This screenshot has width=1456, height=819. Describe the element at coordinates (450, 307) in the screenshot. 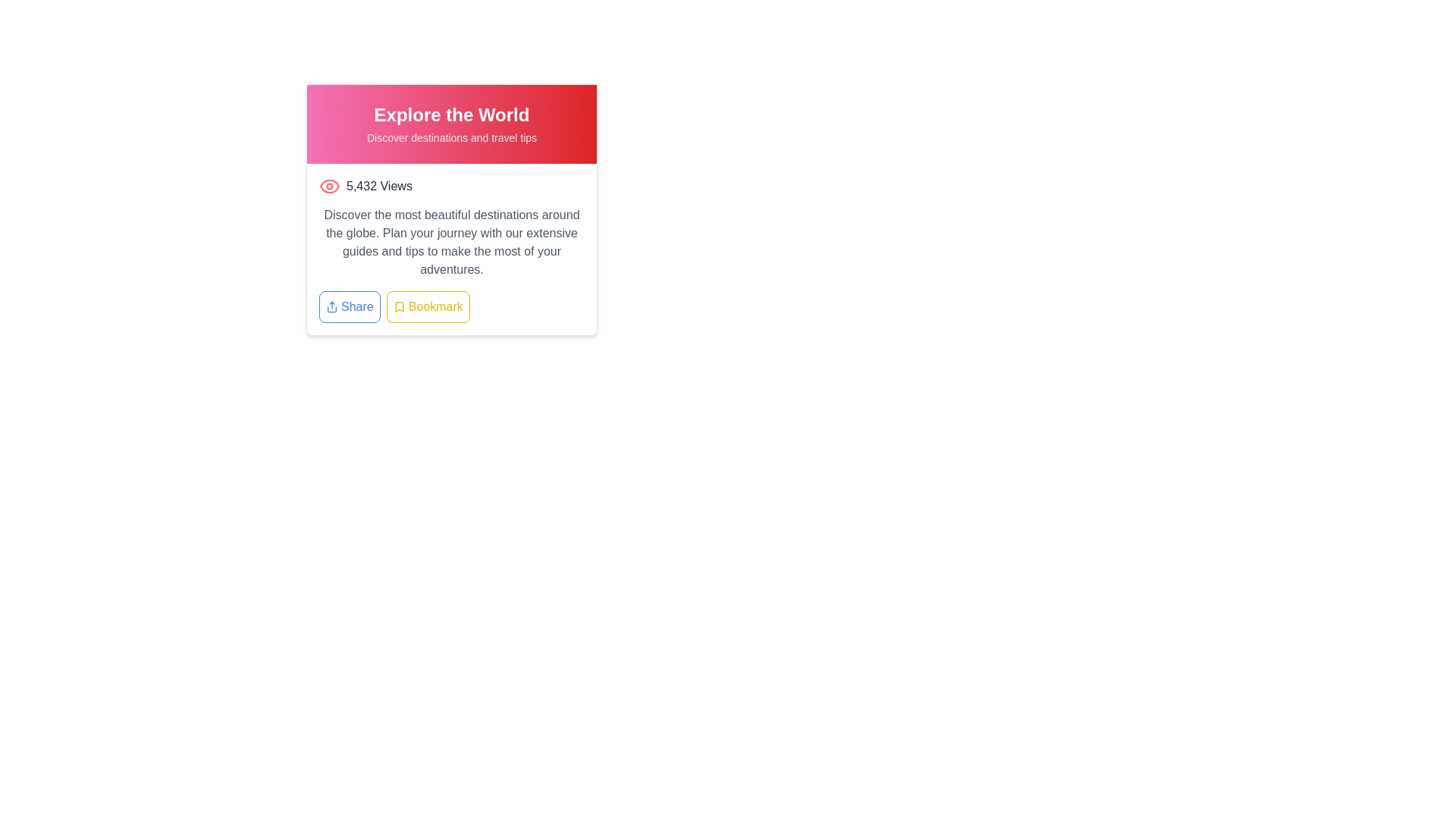

I see `the second button in the horizontal group` at that location.